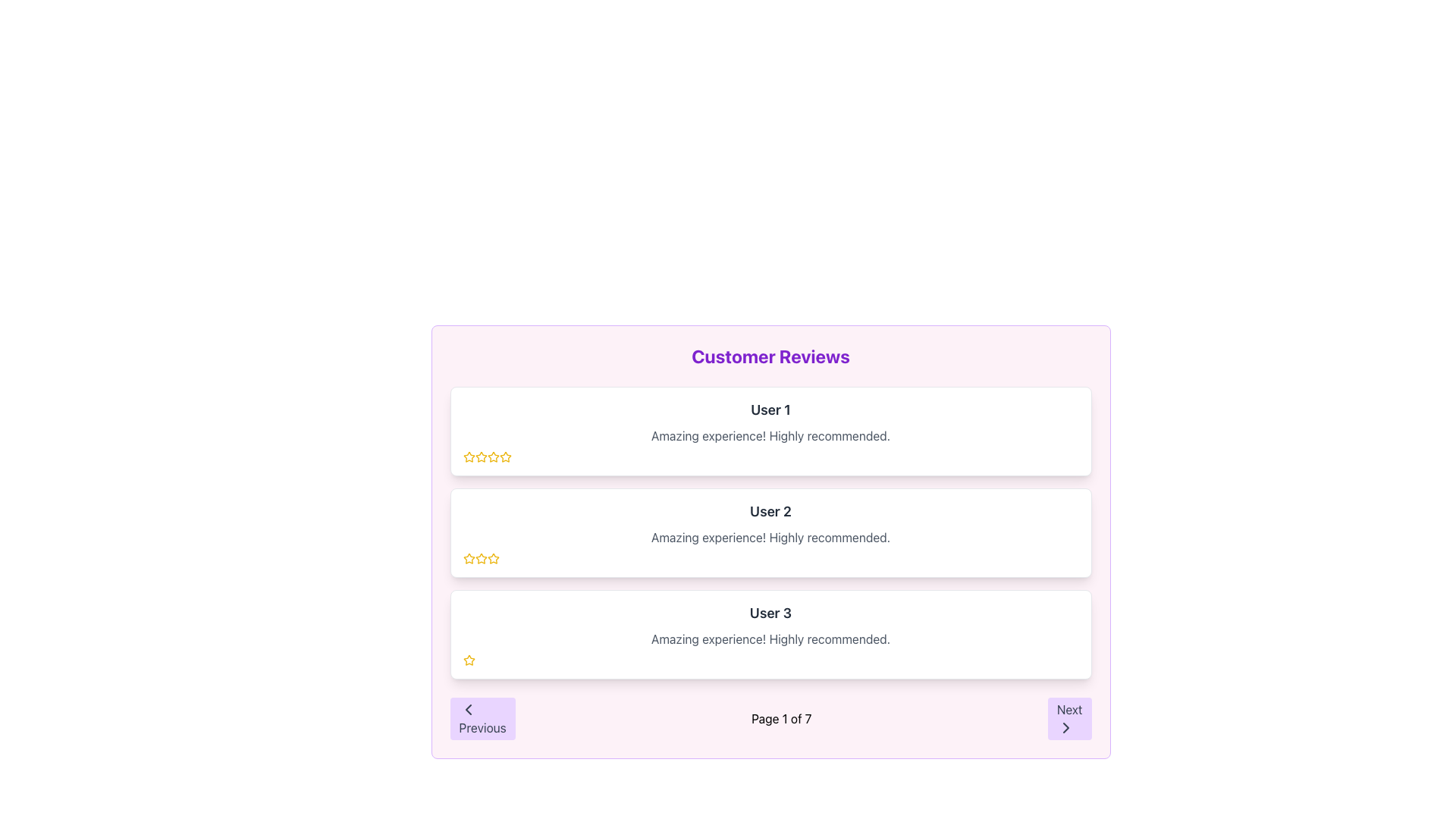  Describe the element at coordinates (770, 635) in the screenshot. I see `the user review card, which is the third card in the vertically stacked list under 'User 2' in the 'Customer Reviews' section` at that location.